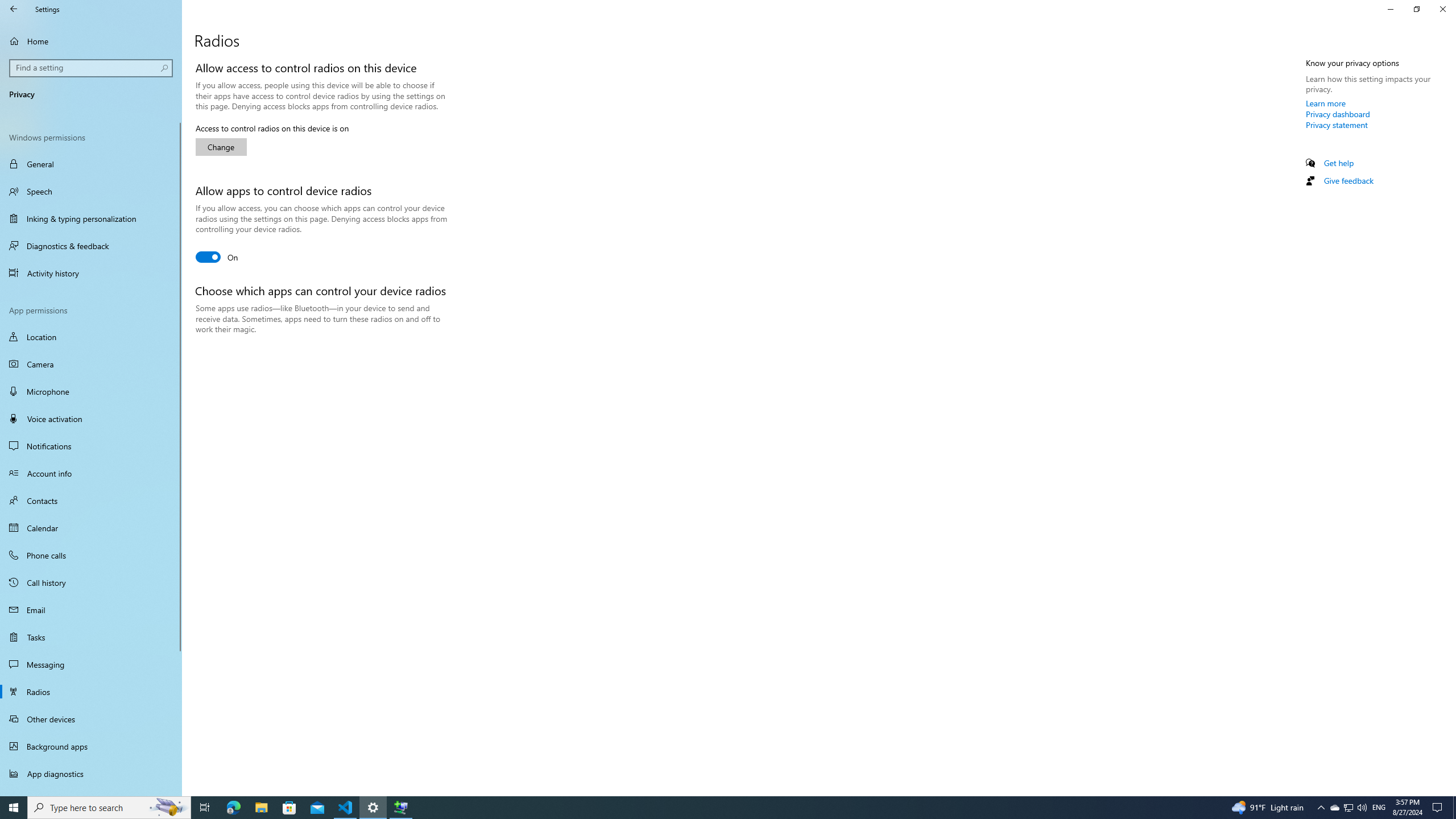  Describe the element at coordinates (1321, 806) in the screenshot. I see `'Notification Chevron'` at that location.